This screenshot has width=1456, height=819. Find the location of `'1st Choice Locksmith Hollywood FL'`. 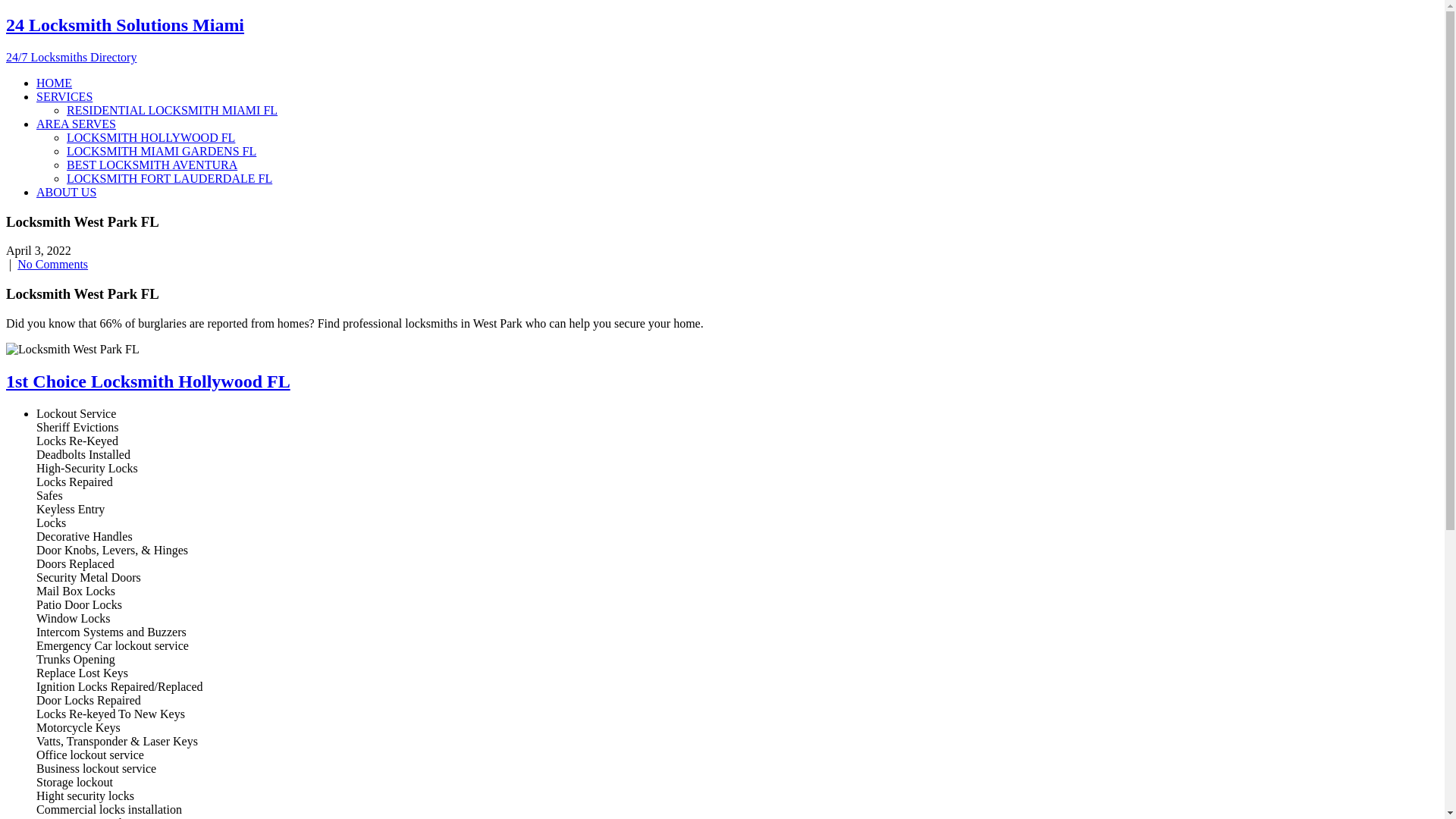

'1st Choice Locksmith Hollywood FL' is located at coordinates (148, 380).